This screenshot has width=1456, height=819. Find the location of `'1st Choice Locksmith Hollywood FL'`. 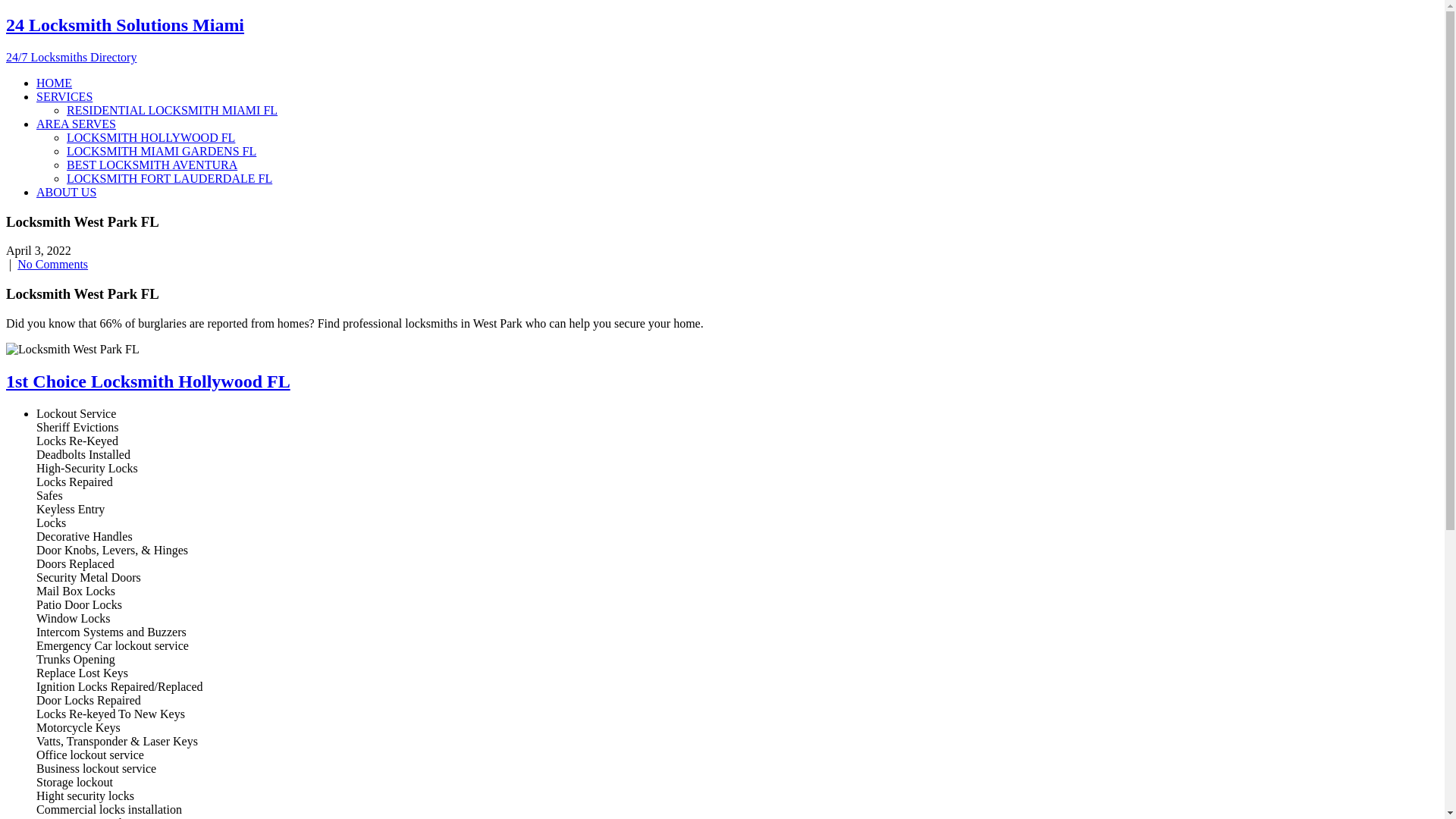

'1st Choice Locksmith Hollywood FL' is located at coordinates (148, 380).